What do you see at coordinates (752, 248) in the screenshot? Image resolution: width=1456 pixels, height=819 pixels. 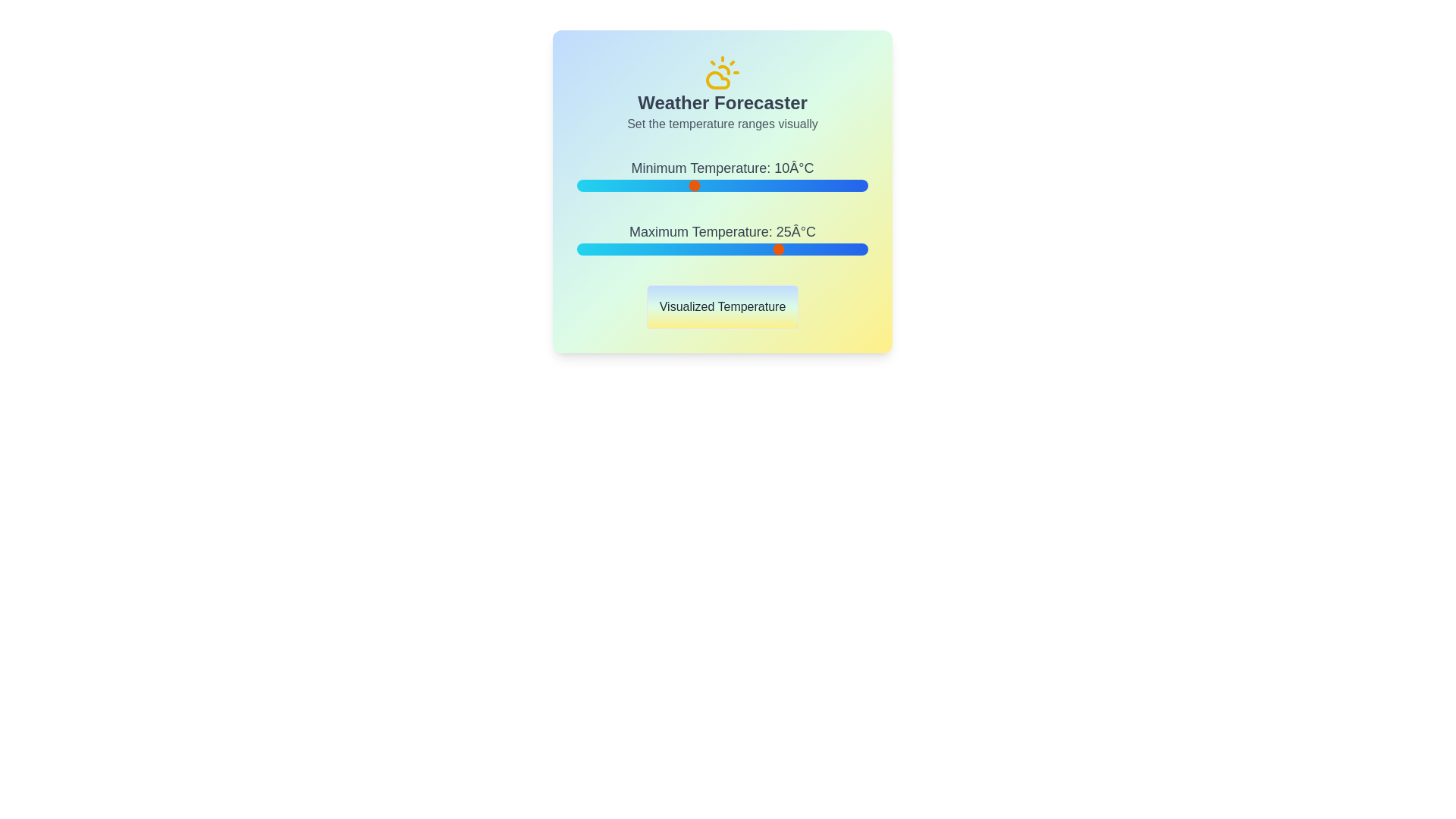 I see `the maximum temperature slider to 20°C` at bounding box center [752, 248].